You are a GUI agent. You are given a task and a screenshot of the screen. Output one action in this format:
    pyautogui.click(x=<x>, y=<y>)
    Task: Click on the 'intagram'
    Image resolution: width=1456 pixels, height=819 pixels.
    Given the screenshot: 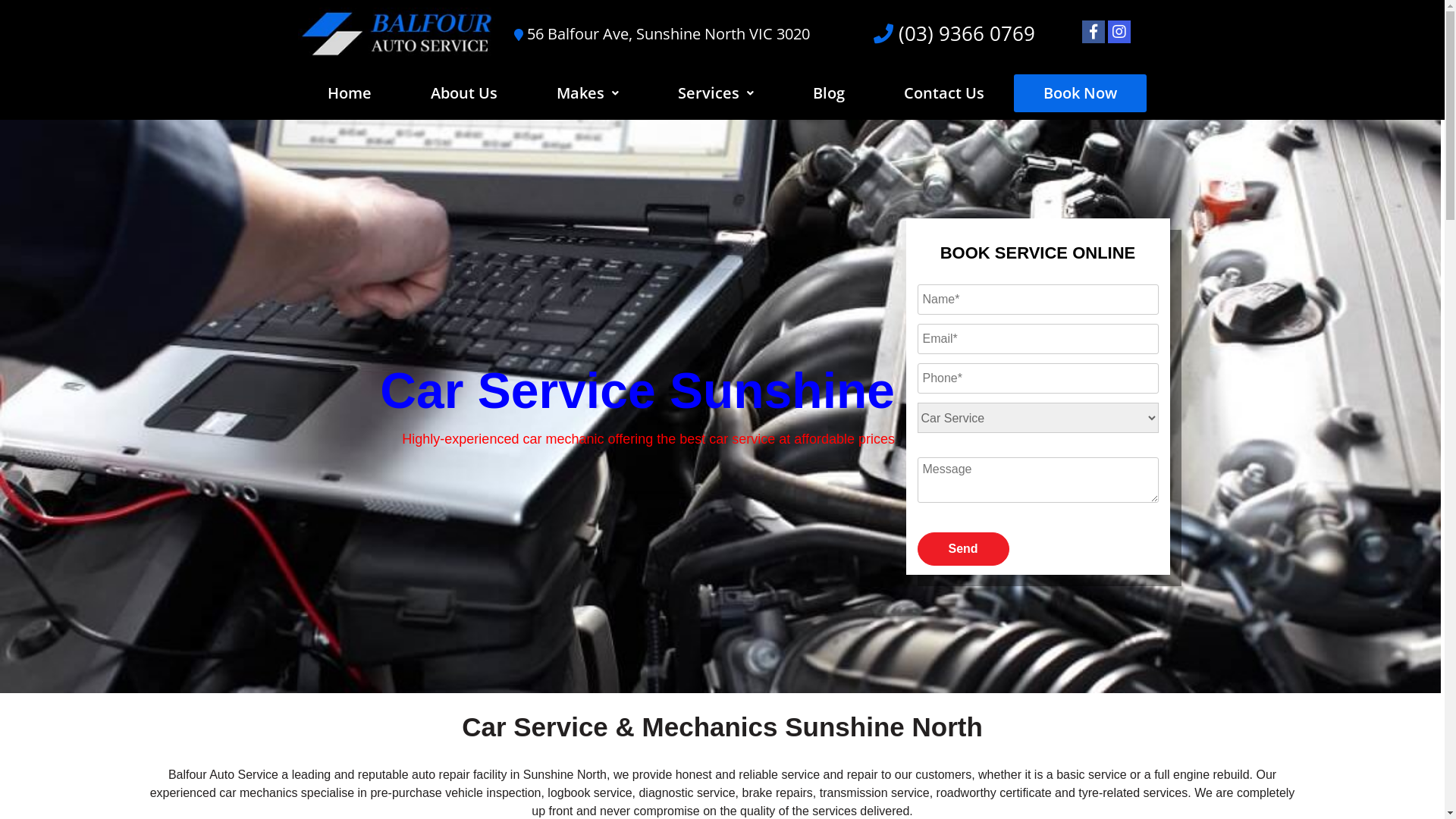 What is the action you would take?
    pyautogui.click(x=1119, y=32)
    